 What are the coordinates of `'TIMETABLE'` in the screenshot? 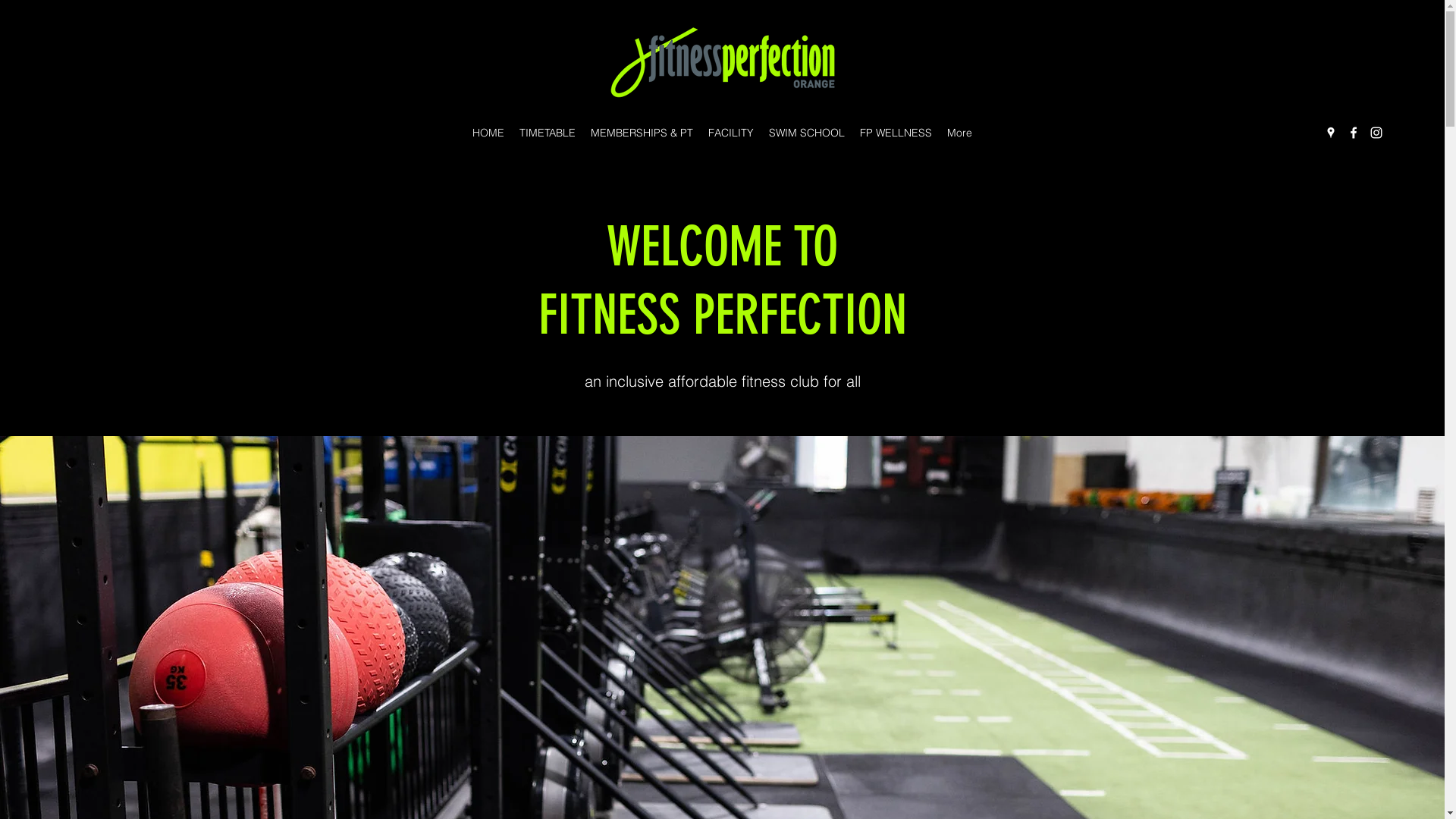 It's located at (546, 131).